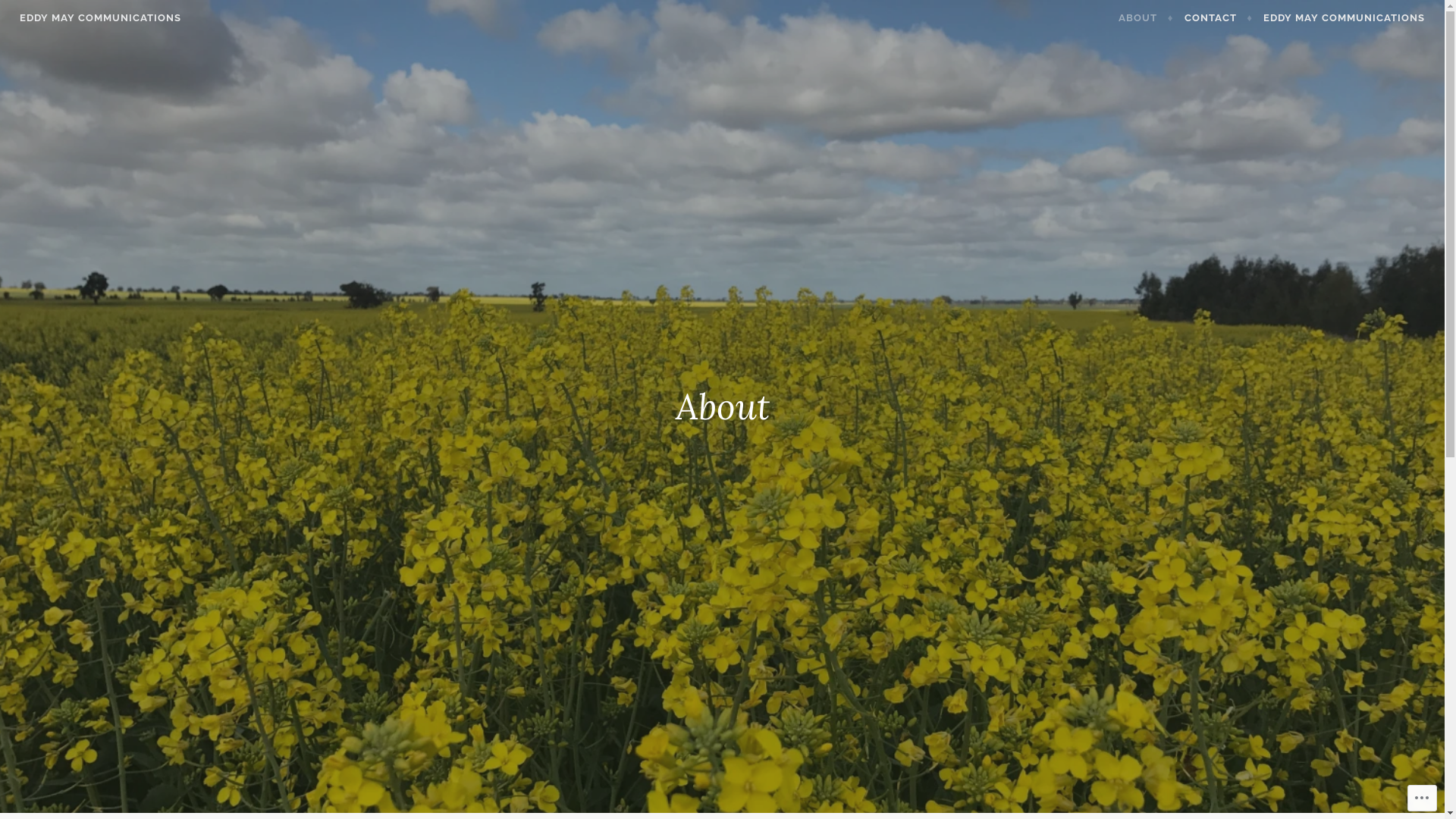  What do you see at coordinates (1146, 17) in the screenshot?
I see `'ABOUT'` at bounding box center [1146, 17].